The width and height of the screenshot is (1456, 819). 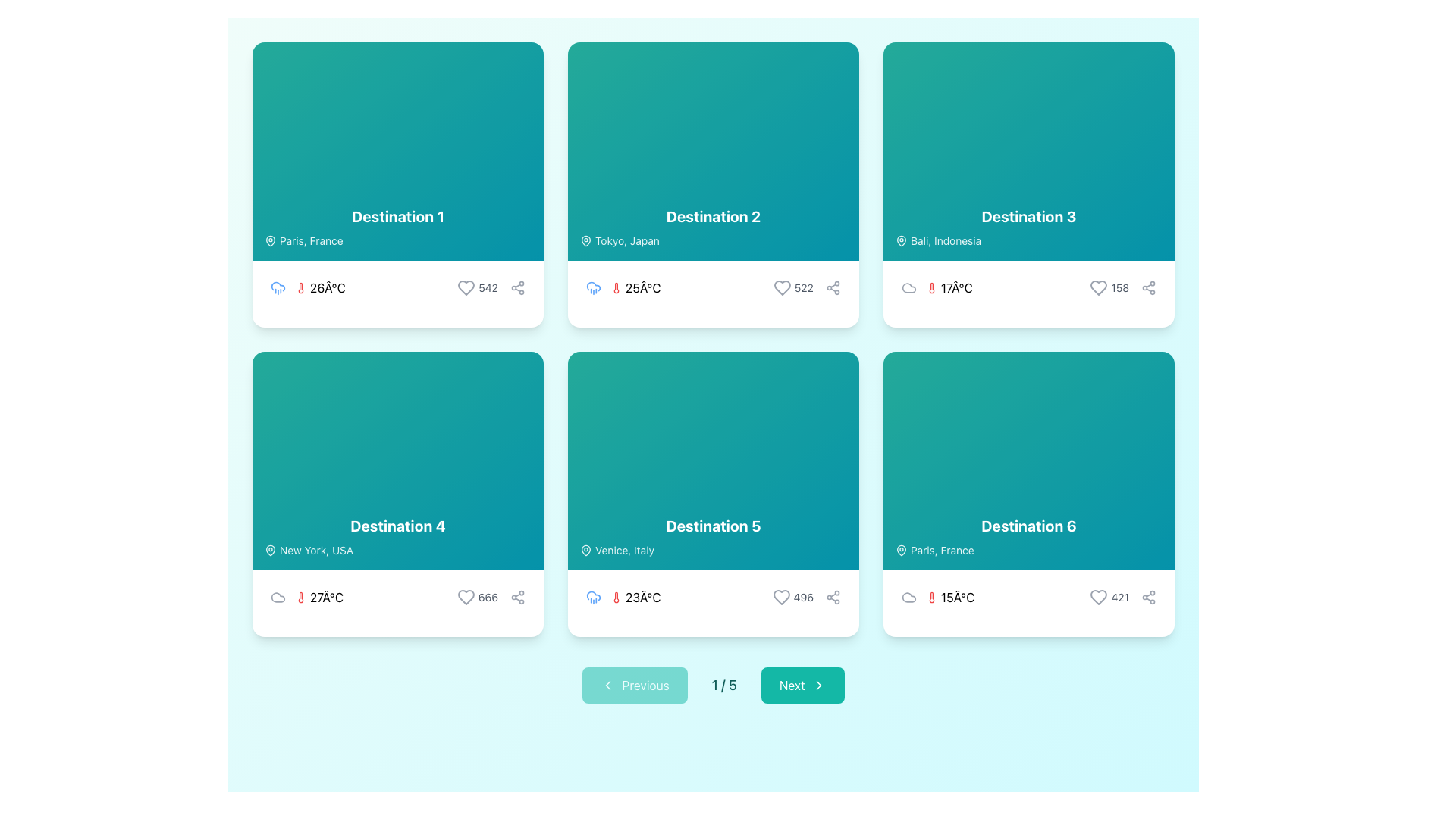 I want to click on the heart-shaped icon located in the bottom-right section of the 'Destination 6' card to like or favorite, so click(x=1099, y=596).